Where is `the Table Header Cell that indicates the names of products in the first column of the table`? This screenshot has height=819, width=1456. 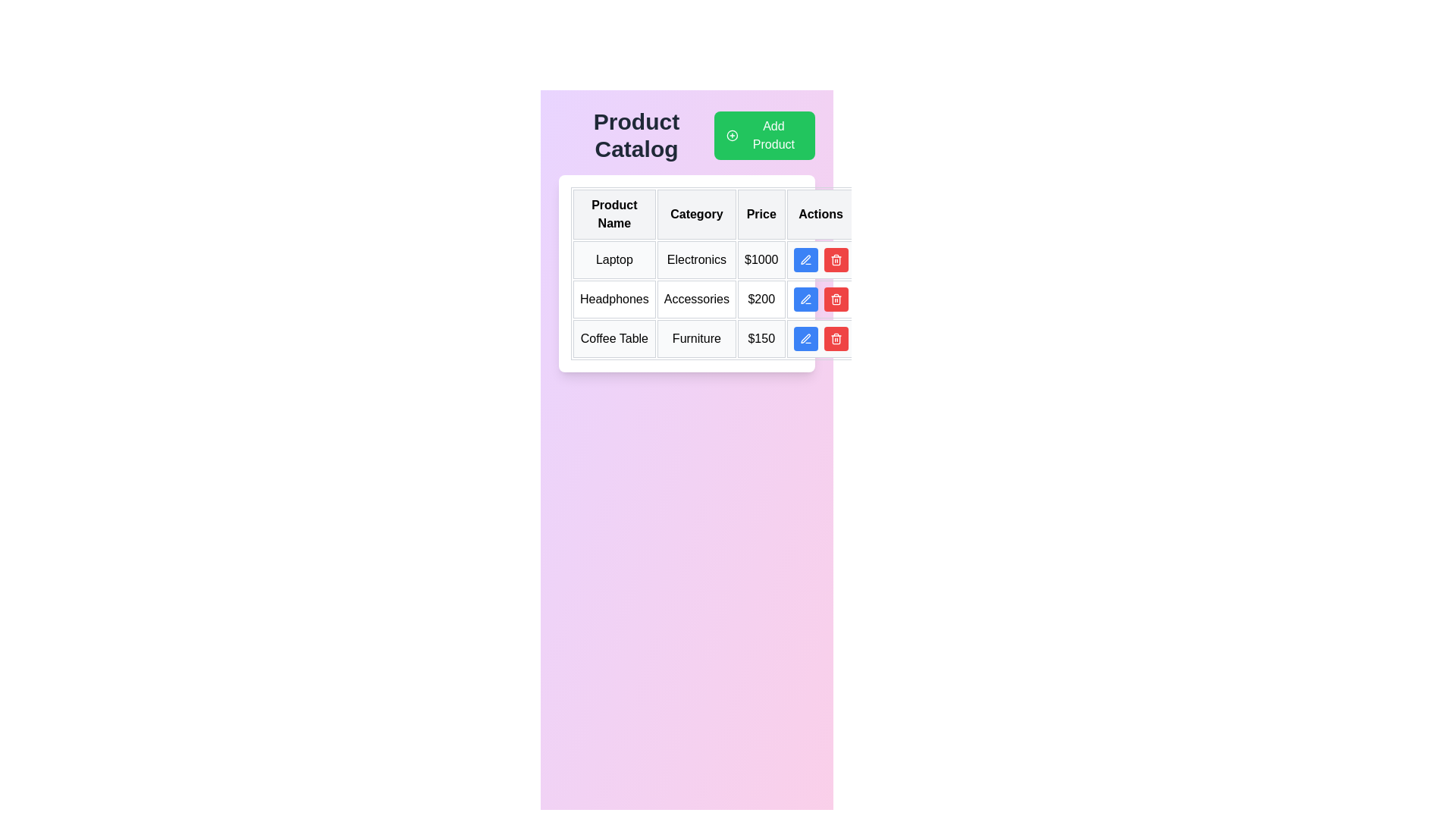 the Table Header Cell that indicates the names of products in the first column of the table is located at coordinates (614, 214).